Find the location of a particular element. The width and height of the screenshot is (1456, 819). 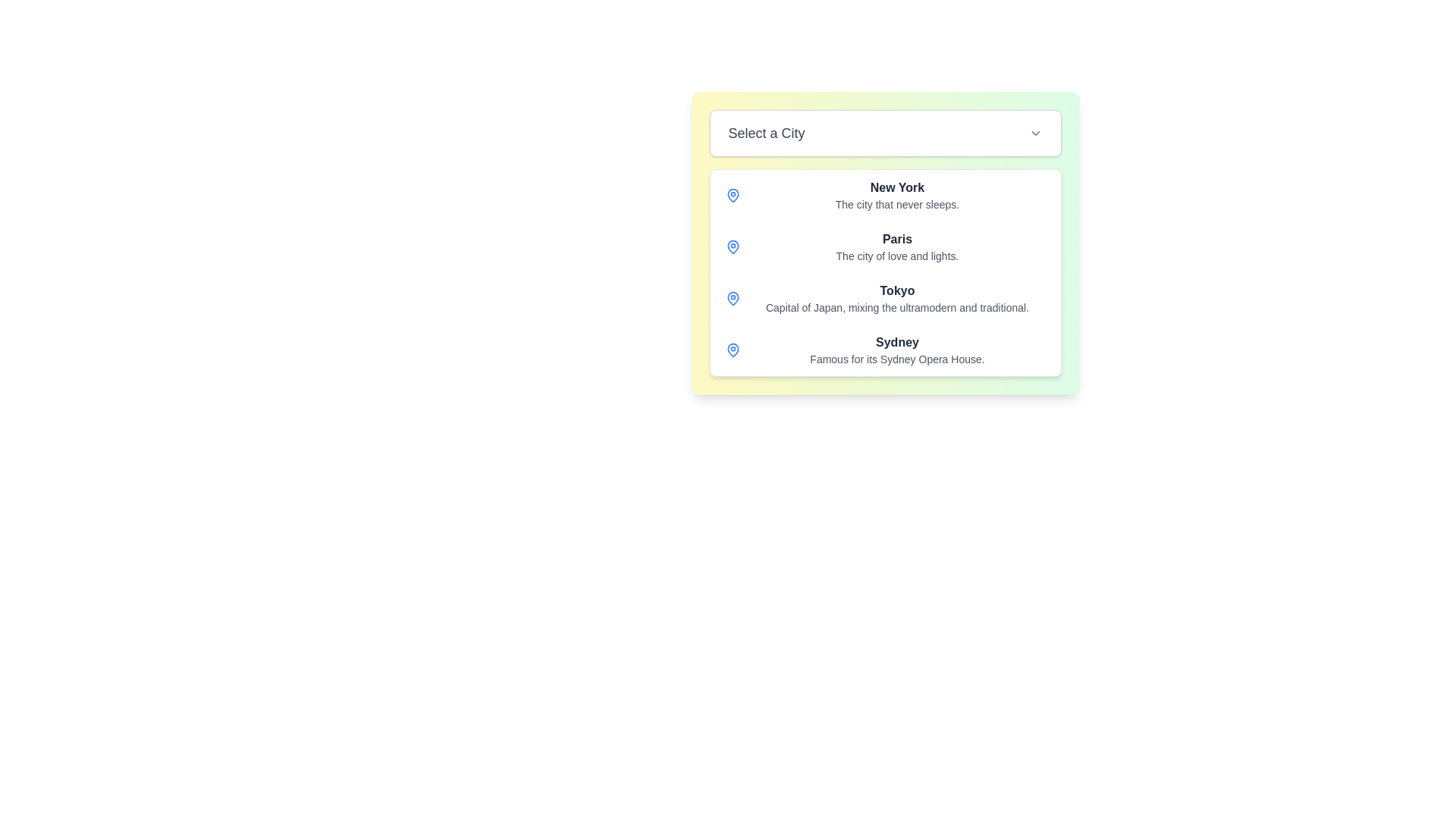

text of the third list item titled 'Tokyo', which contains the description 'Capital of Japan, mixing the ultramodern and traditional.' is located at coordinates (897, 298).